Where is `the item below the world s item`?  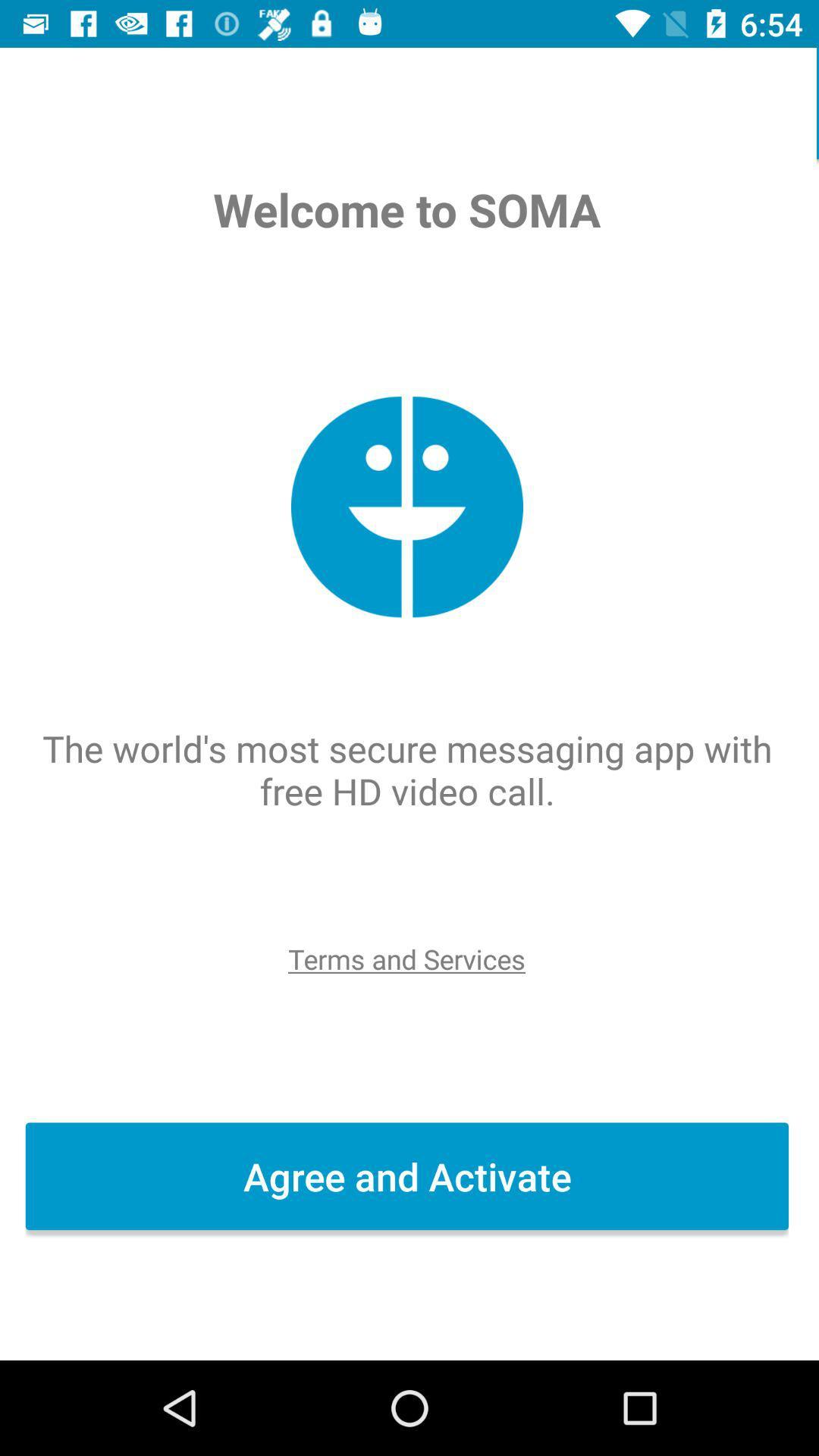 the item below the world s item is located at coordinates (408, 958).